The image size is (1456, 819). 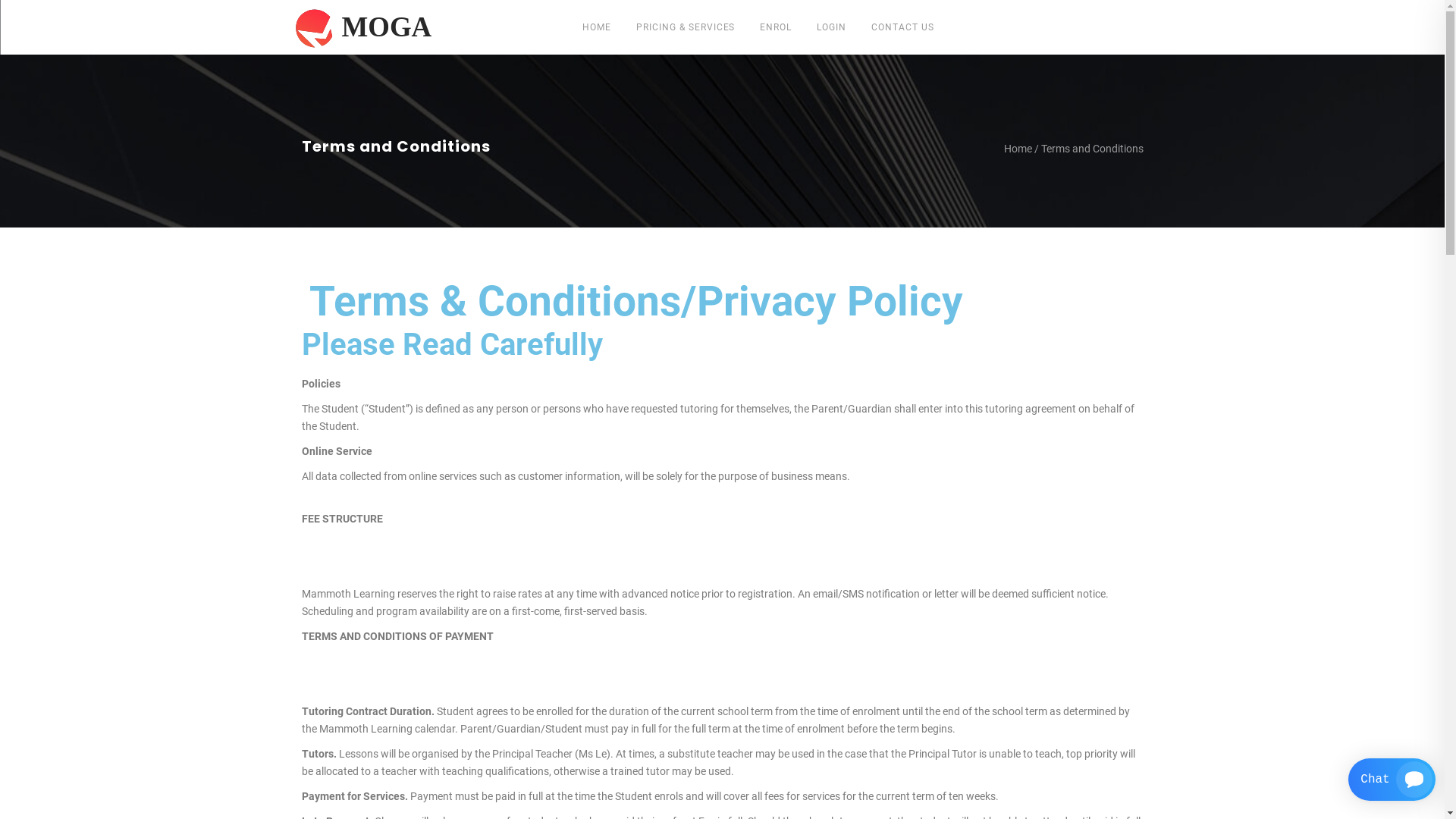 I want to click on 'LOGIN', so click(x=830, y=27).